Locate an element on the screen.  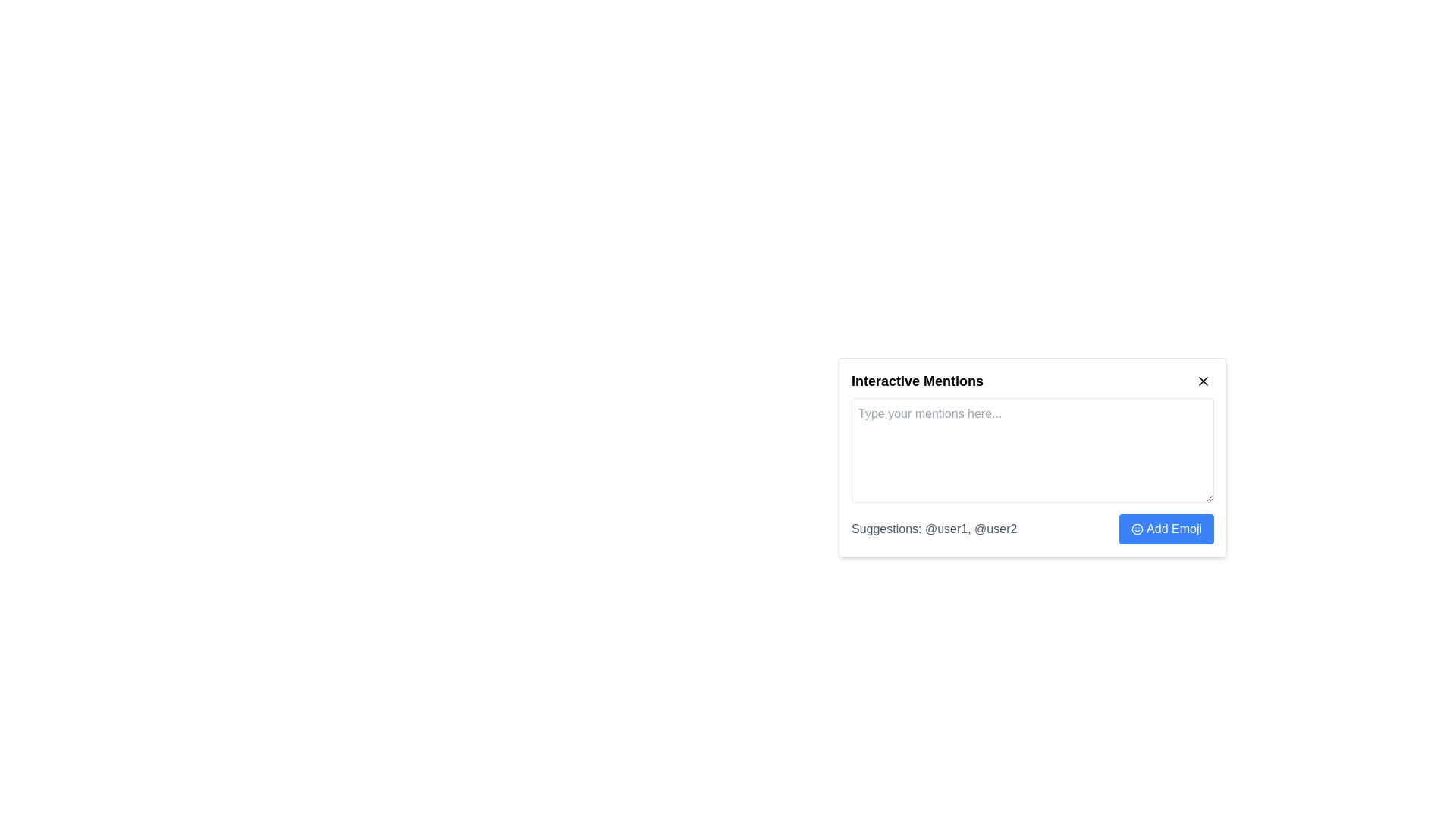
the static text element displaying suggestions for mentions, which includes '@user1' and '@user2', located within the 'Suggestions:' section of the UI is located at coordinates (971, 528).